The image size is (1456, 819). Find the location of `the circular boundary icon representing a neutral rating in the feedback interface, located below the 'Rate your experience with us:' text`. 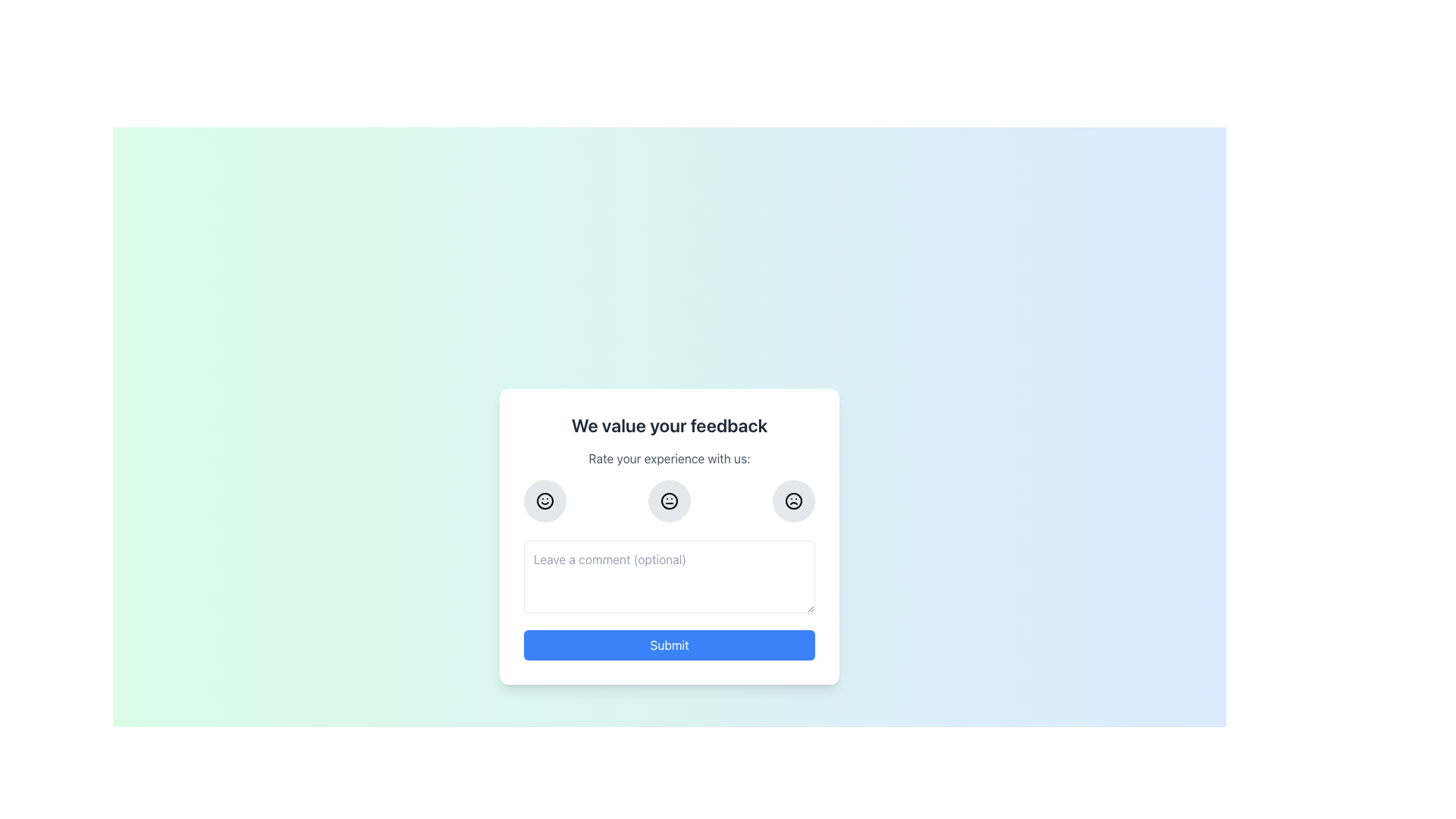

the circular boundary icon representing a neutral rating in the feedback interface, located below the 'Rate your experience with us:' text is located at coordinates (669, 500).